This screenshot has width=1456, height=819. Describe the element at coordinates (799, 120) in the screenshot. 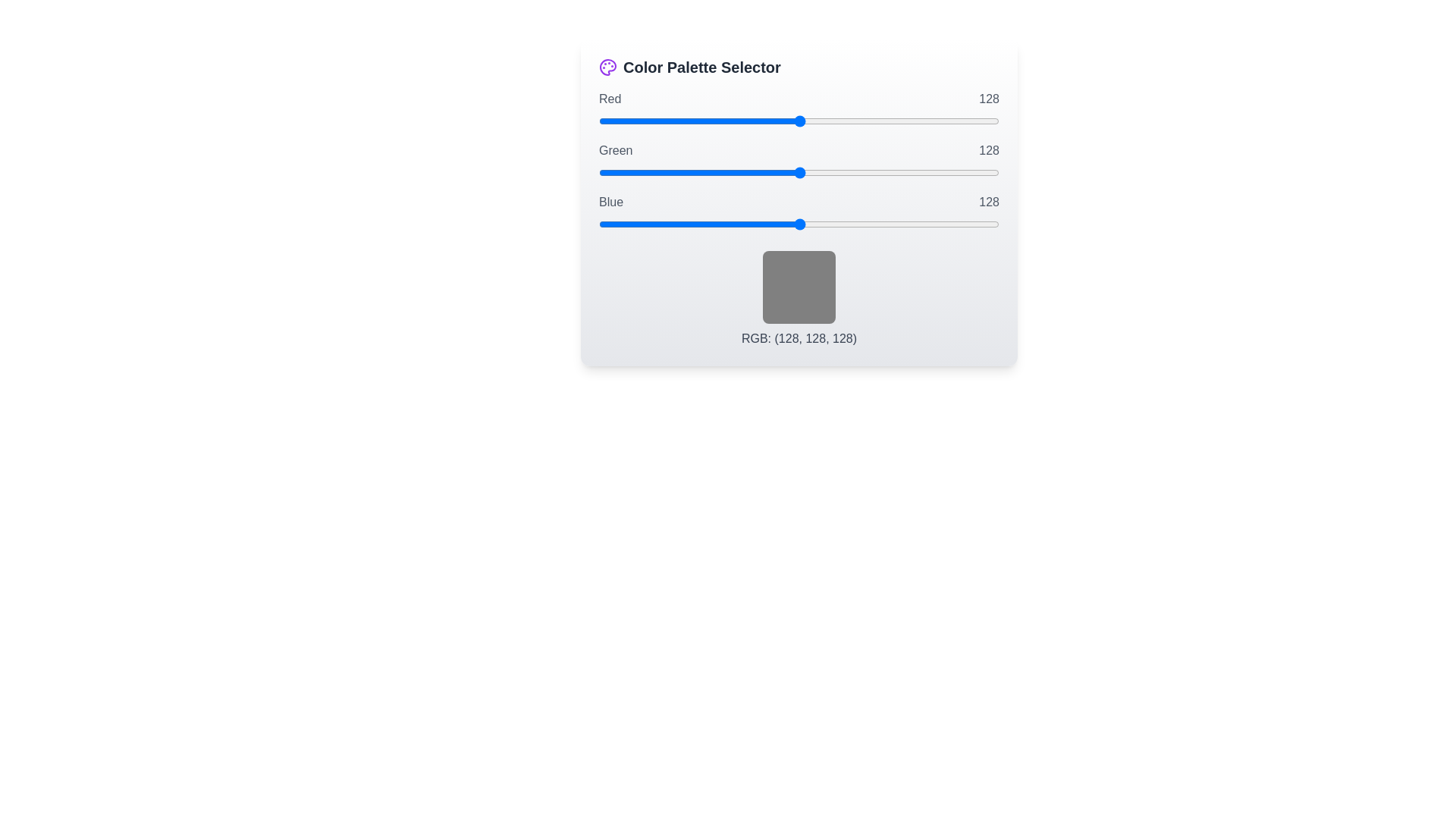

I see `the 0 slider to 144 to observe the color preview box update` at that location.